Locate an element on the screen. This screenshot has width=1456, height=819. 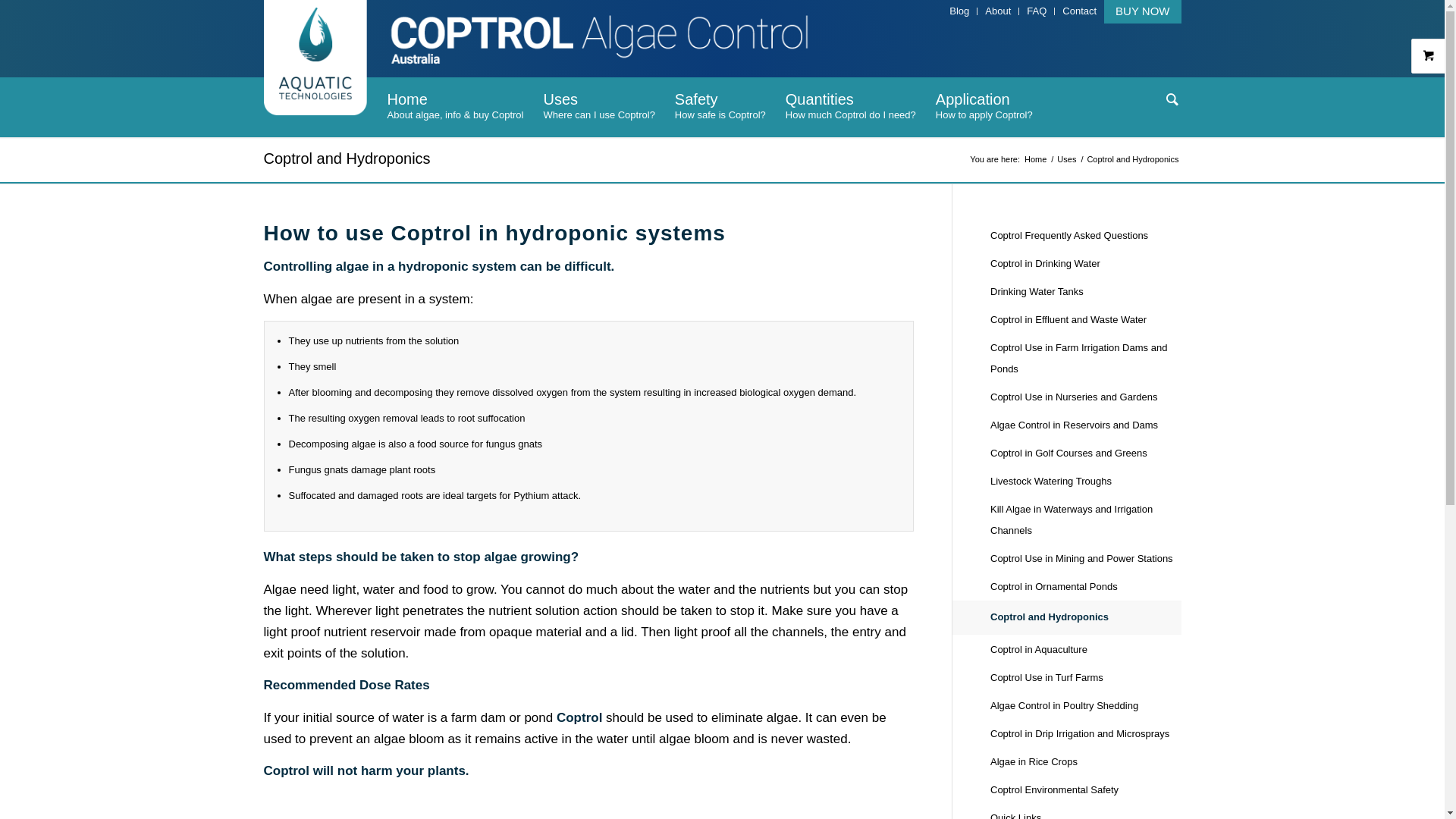
'Coptrol Use in Turf Farms' is located at coordinates (1084, 677).